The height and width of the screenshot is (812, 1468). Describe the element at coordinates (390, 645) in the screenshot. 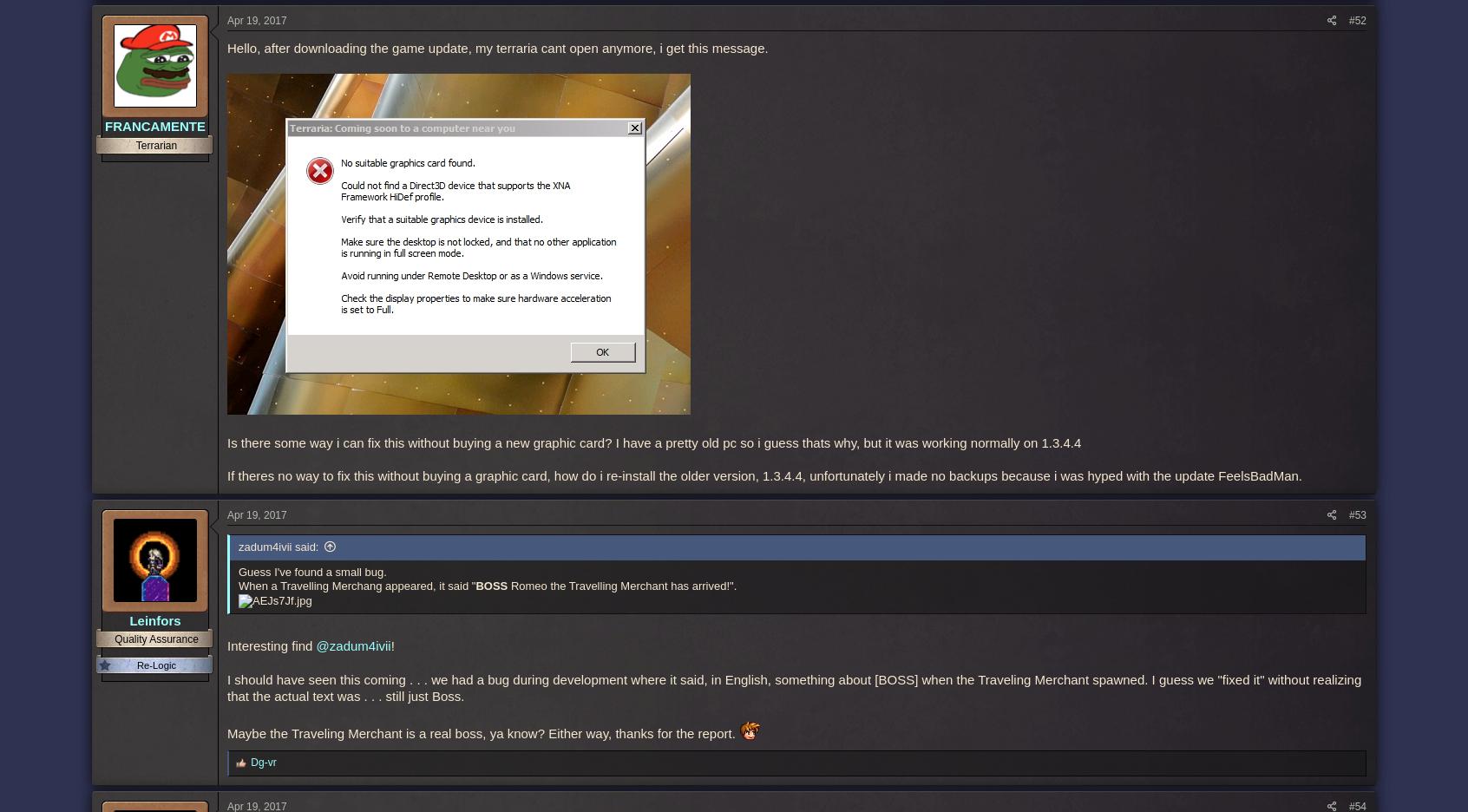

I see `'!'` at that location.